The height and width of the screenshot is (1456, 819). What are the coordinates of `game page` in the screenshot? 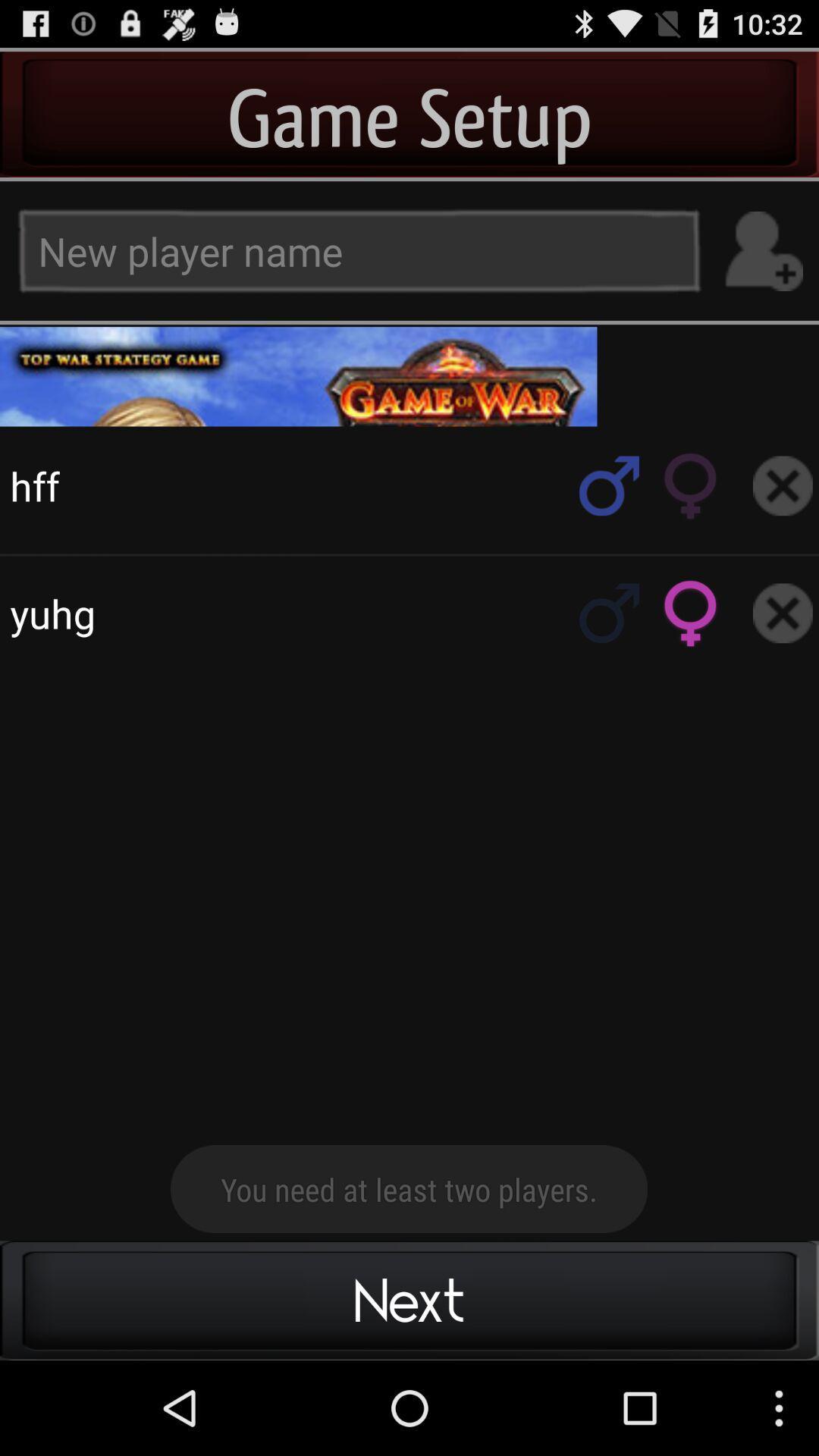 It's located at (409, 376).